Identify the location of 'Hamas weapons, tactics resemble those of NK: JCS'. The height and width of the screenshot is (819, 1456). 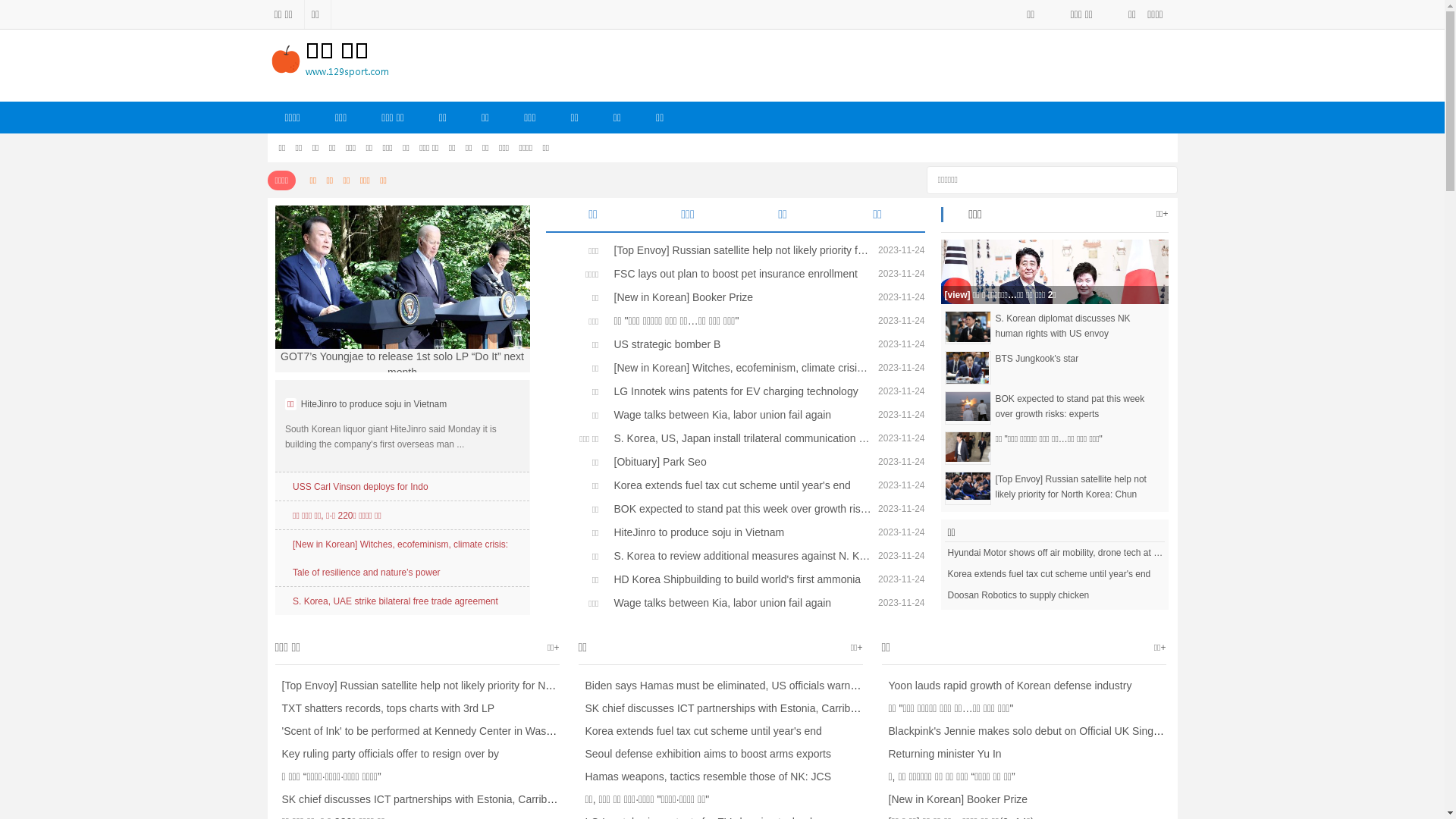
(703, 776).